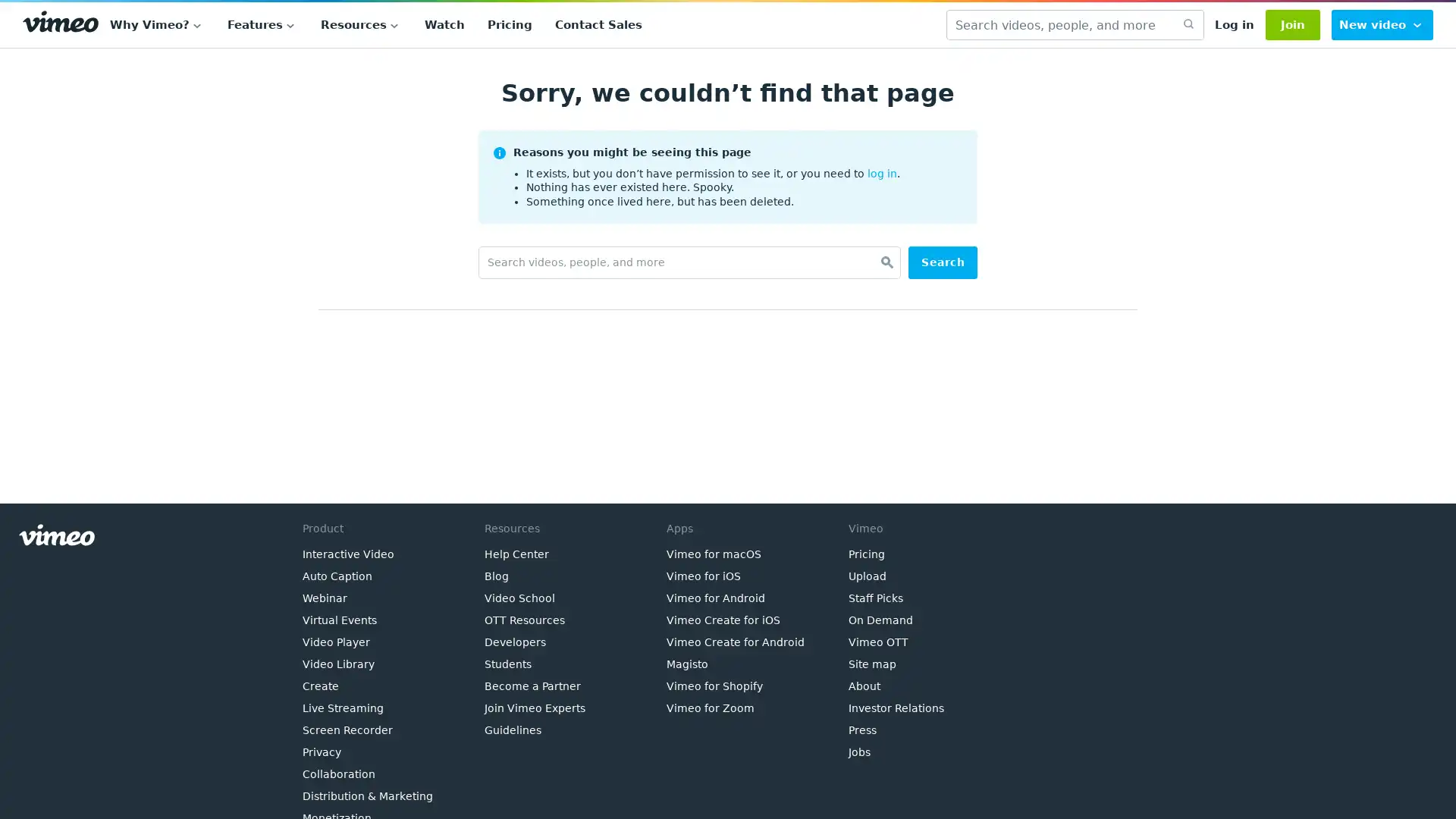 The image size is (1456, 819). I want to click on submit, so click(1187, 25).